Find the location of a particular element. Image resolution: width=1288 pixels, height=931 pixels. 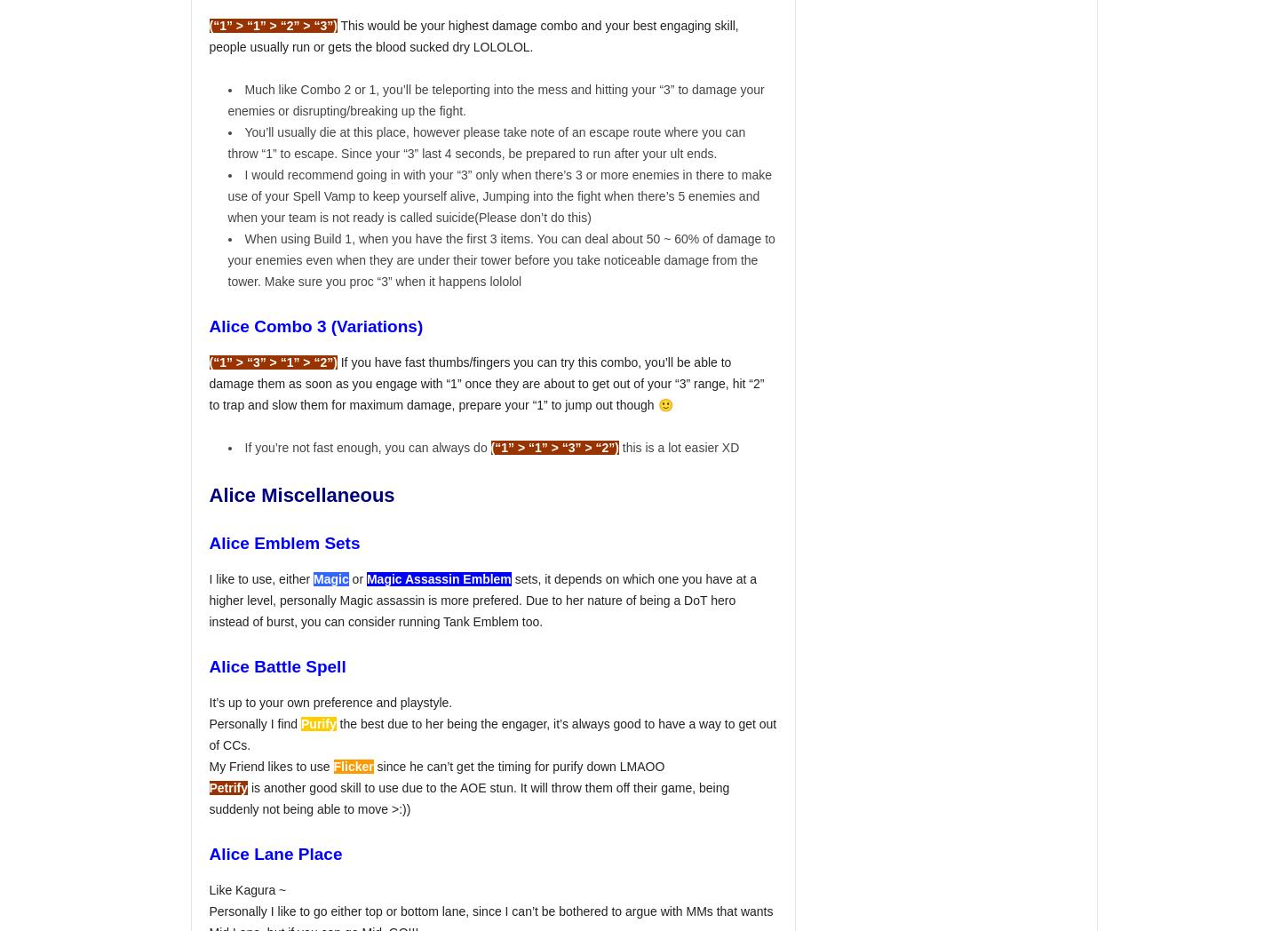

'I would recommend going in with your “3” only when there’s 3 or more enemies in there to make use of your Spell Vamp to keep yourself alive, Jumping into the fight when there’s 5 enemies and when your team is not ready is called suicide(Please don’t do this)' is located at coordinates (499, 196).